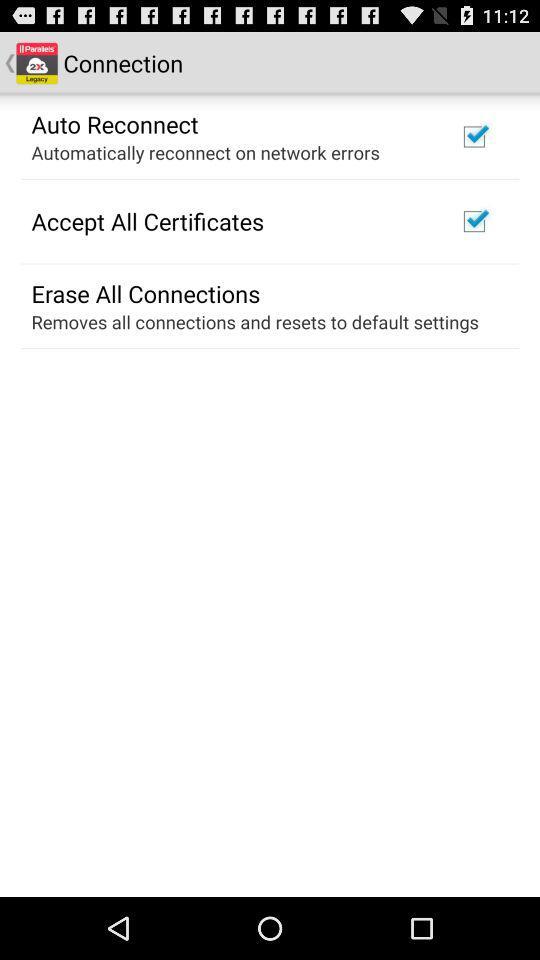 The width and height of the screenshot is (540, 960). I want to click on the item below the automatically reconnect on icon, so click(146, 221).